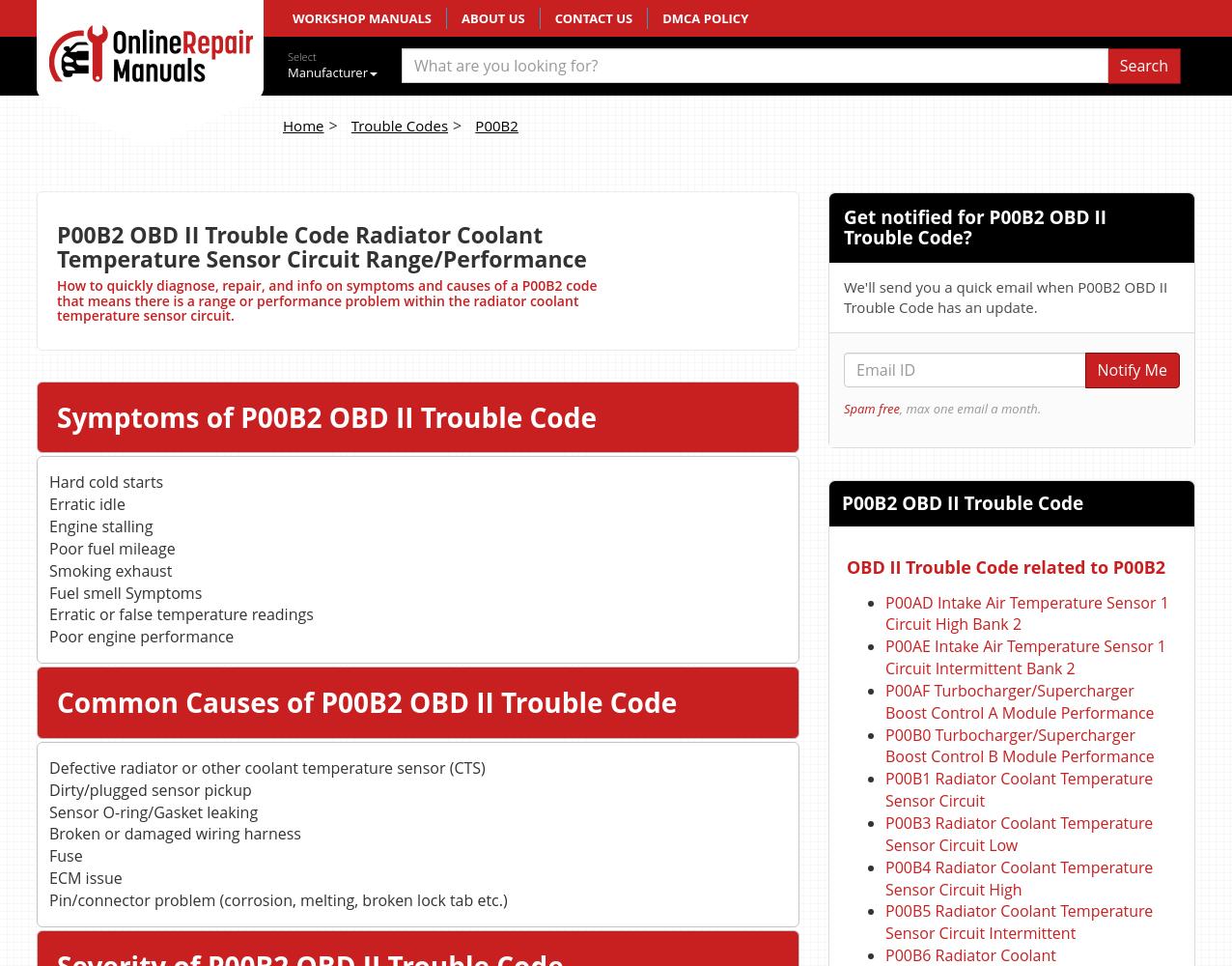 This screenshot has height=966, width=1232. What do you see at coordinates (266, 767) in the screenshot?
I see `'Defective radiator or other coolant temperature sensor (CTS)'` at bounding box center [266, 767].